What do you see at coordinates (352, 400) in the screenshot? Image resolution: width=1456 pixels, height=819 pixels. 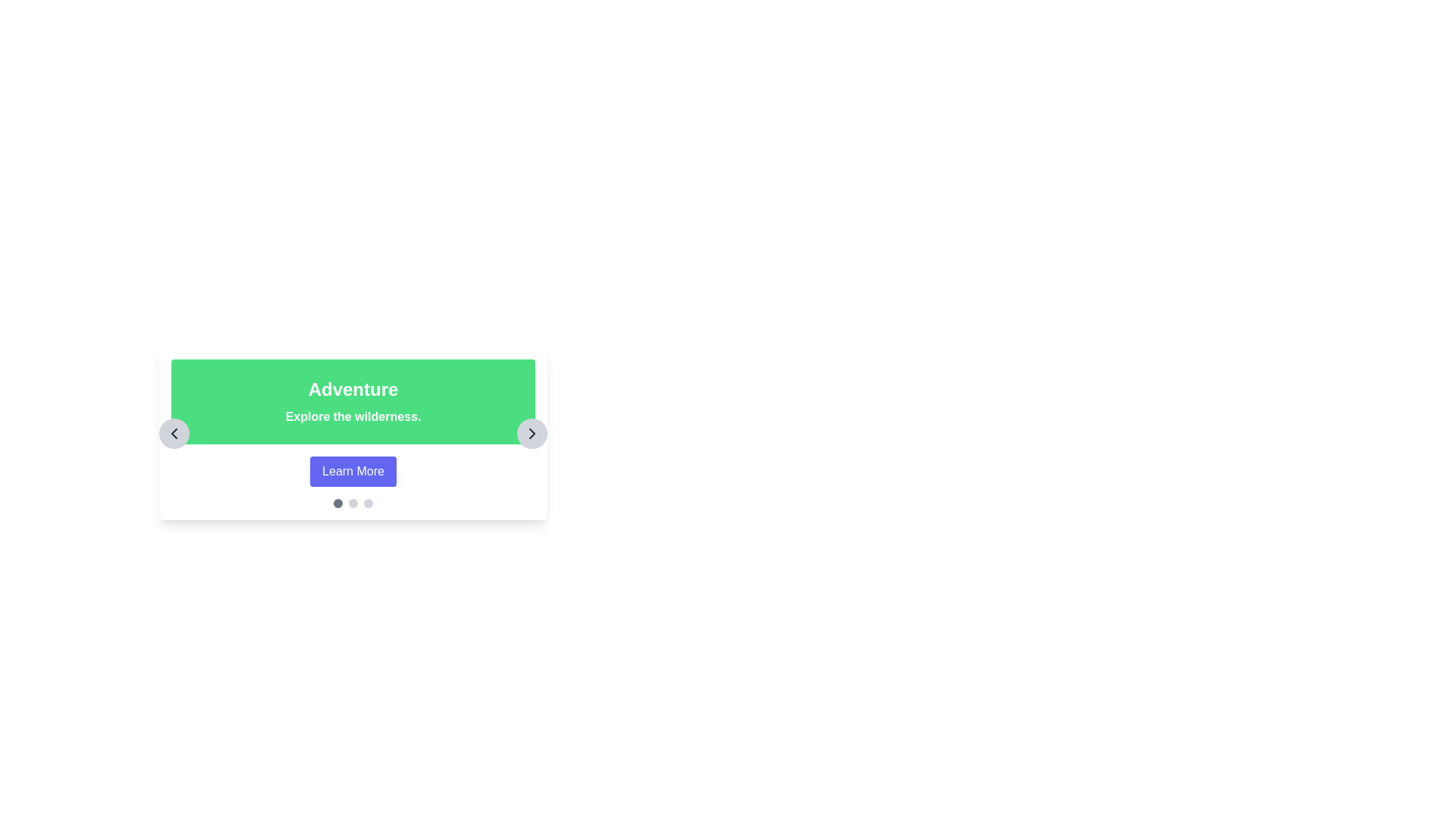 I see `the green Informational Banner titled 'Adventure' with a subtitle 'Explore the wilderness.'` at bounding box center [352, 400].